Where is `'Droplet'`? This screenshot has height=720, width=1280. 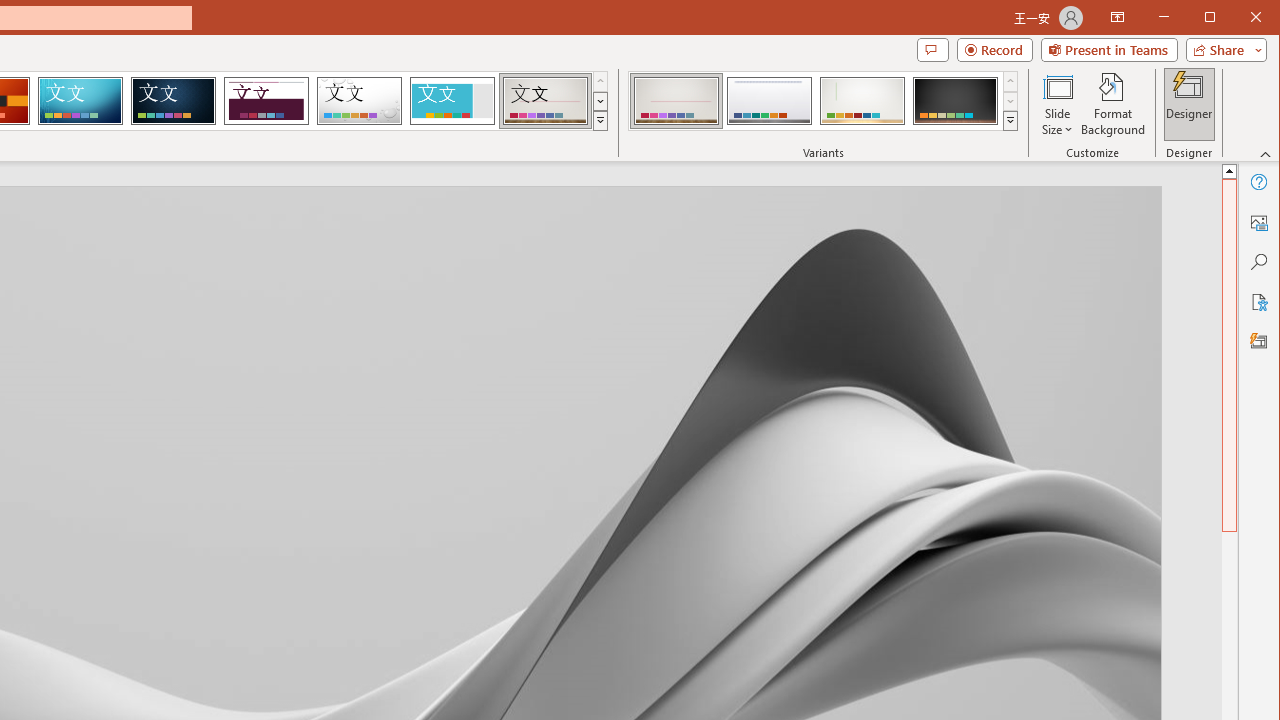
'Droplet' is located at coordinates (359, 100).